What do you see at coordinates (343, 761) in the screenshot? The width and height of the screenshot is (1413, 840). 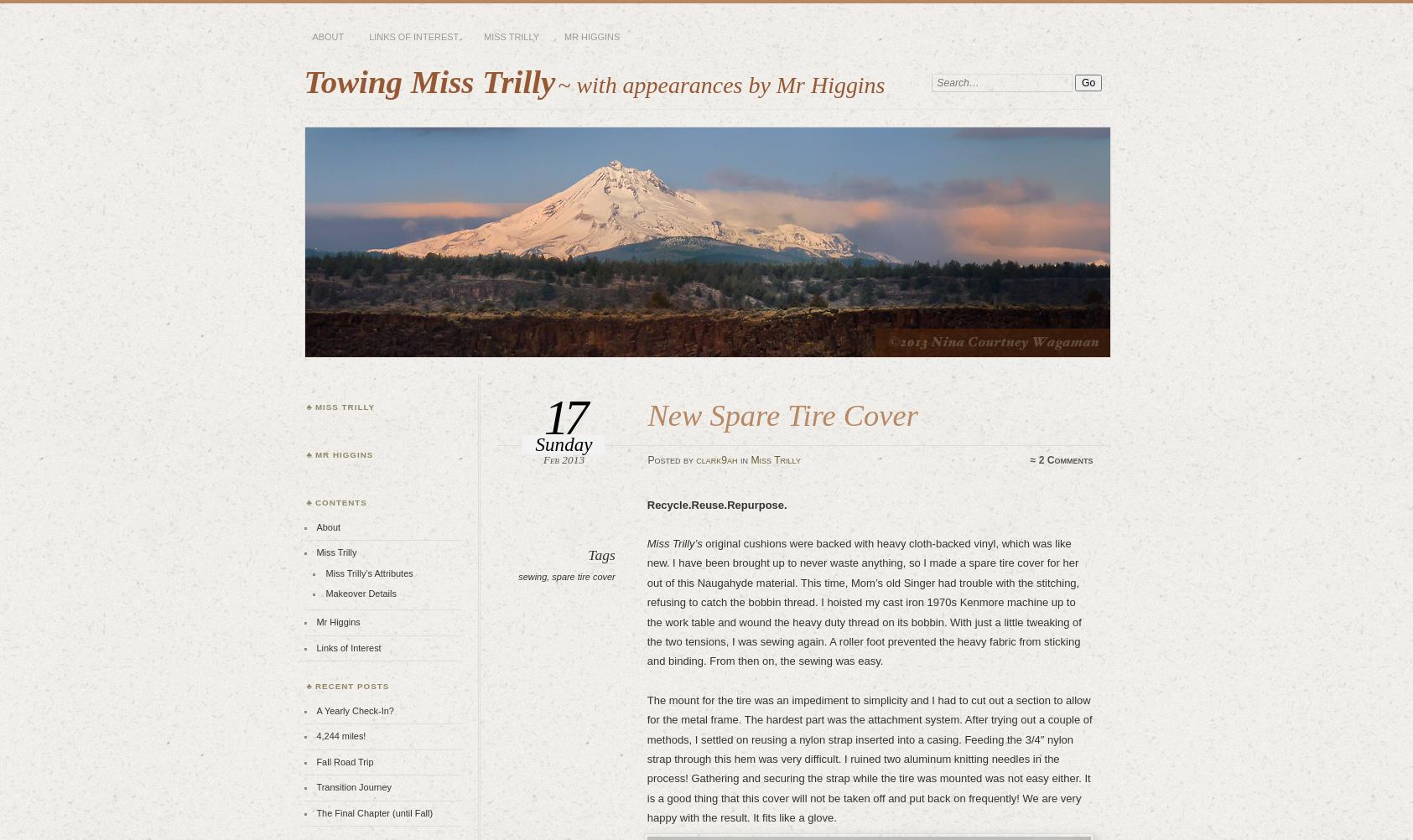 I see `'Fall Road Trip'` at bounding box center [343, 761].